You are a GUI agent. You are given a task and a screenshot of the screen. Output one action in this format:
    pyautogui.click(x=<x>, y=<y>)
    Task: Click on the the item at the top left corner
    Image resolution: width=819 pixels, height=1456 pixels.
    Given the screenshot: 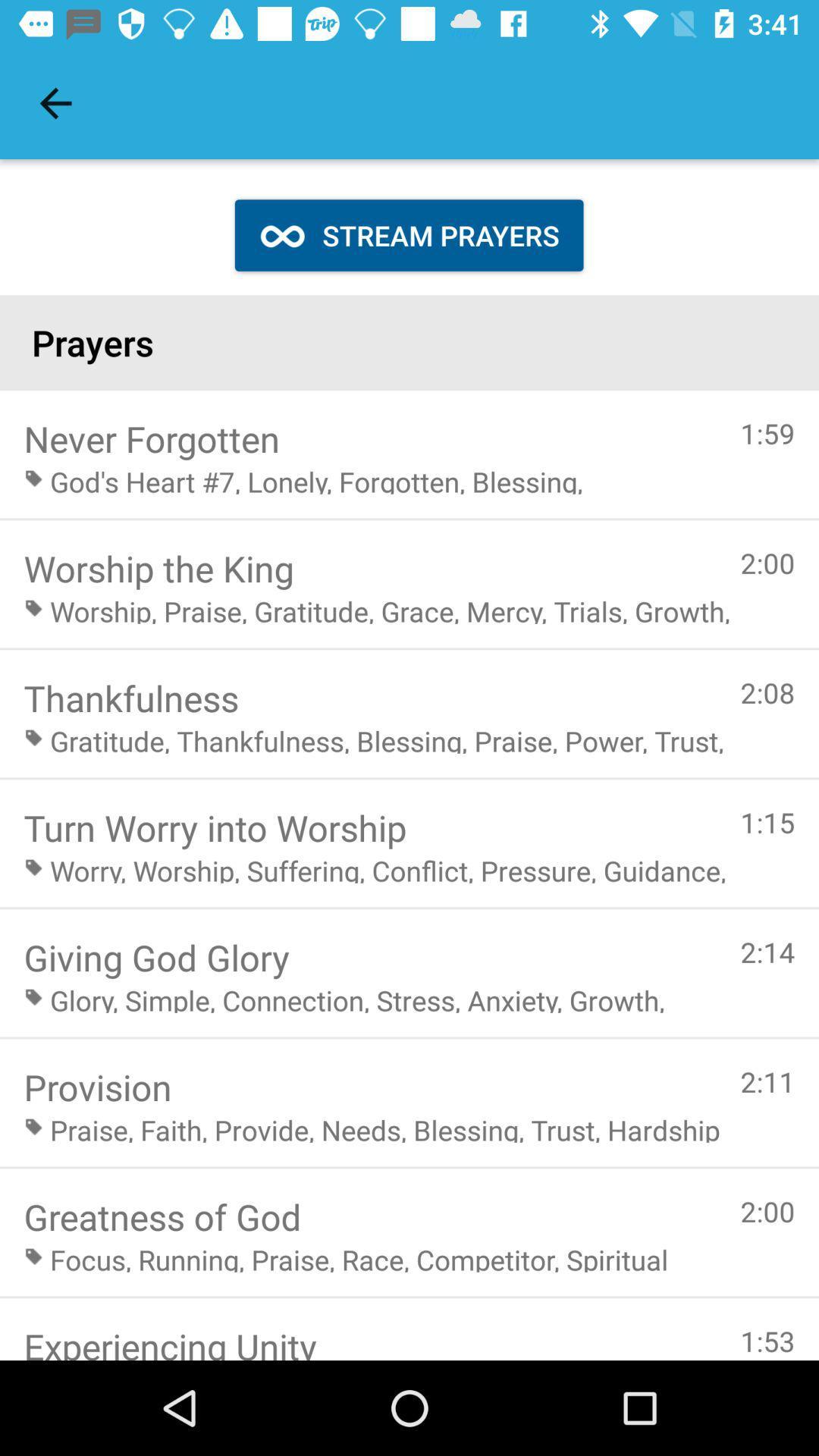 What is the action you would take?
    pyautogui.click(x=55, y=102)
    